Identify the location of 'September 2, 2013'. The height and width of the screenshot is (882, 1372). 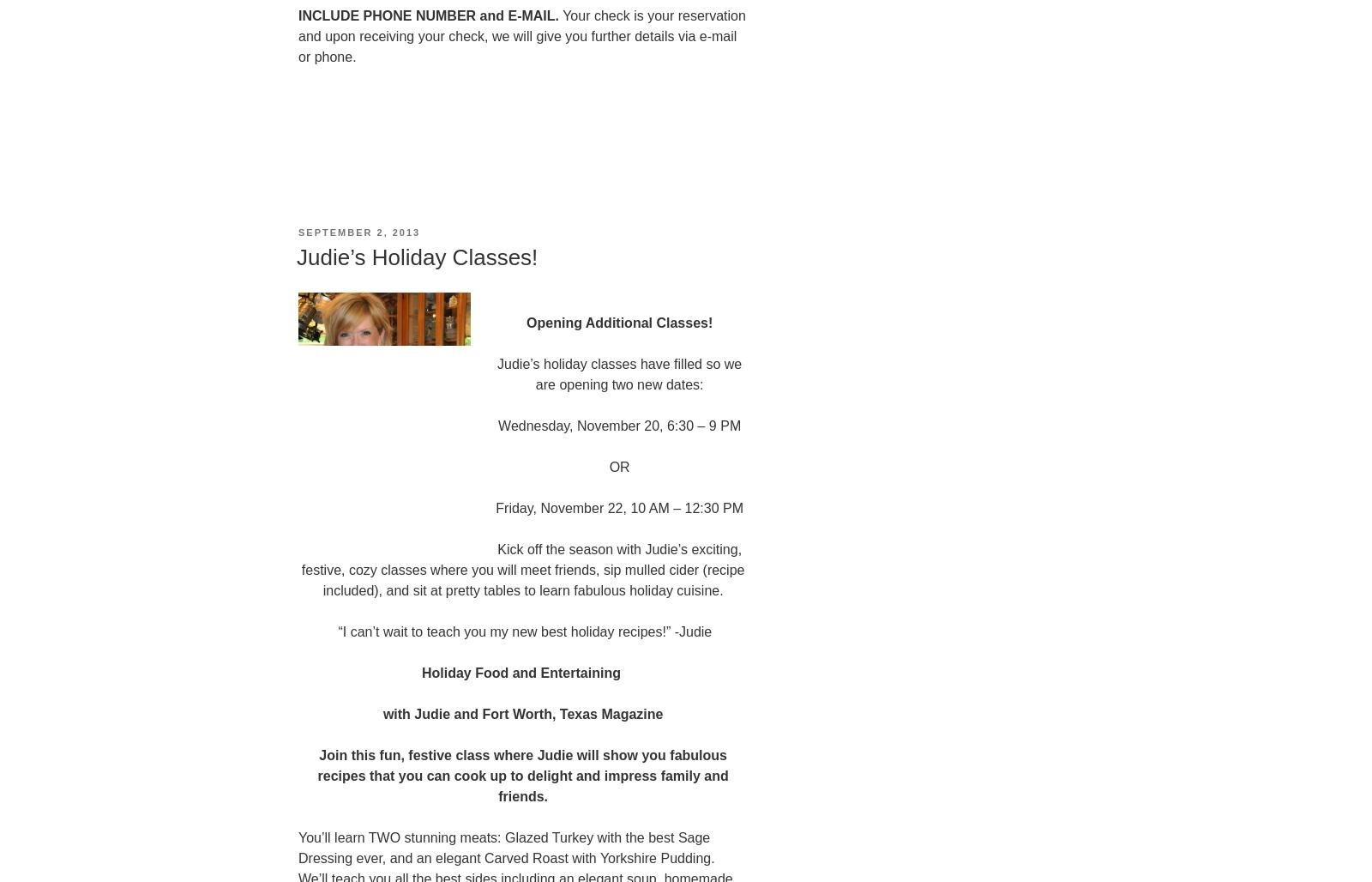
(298, 231).